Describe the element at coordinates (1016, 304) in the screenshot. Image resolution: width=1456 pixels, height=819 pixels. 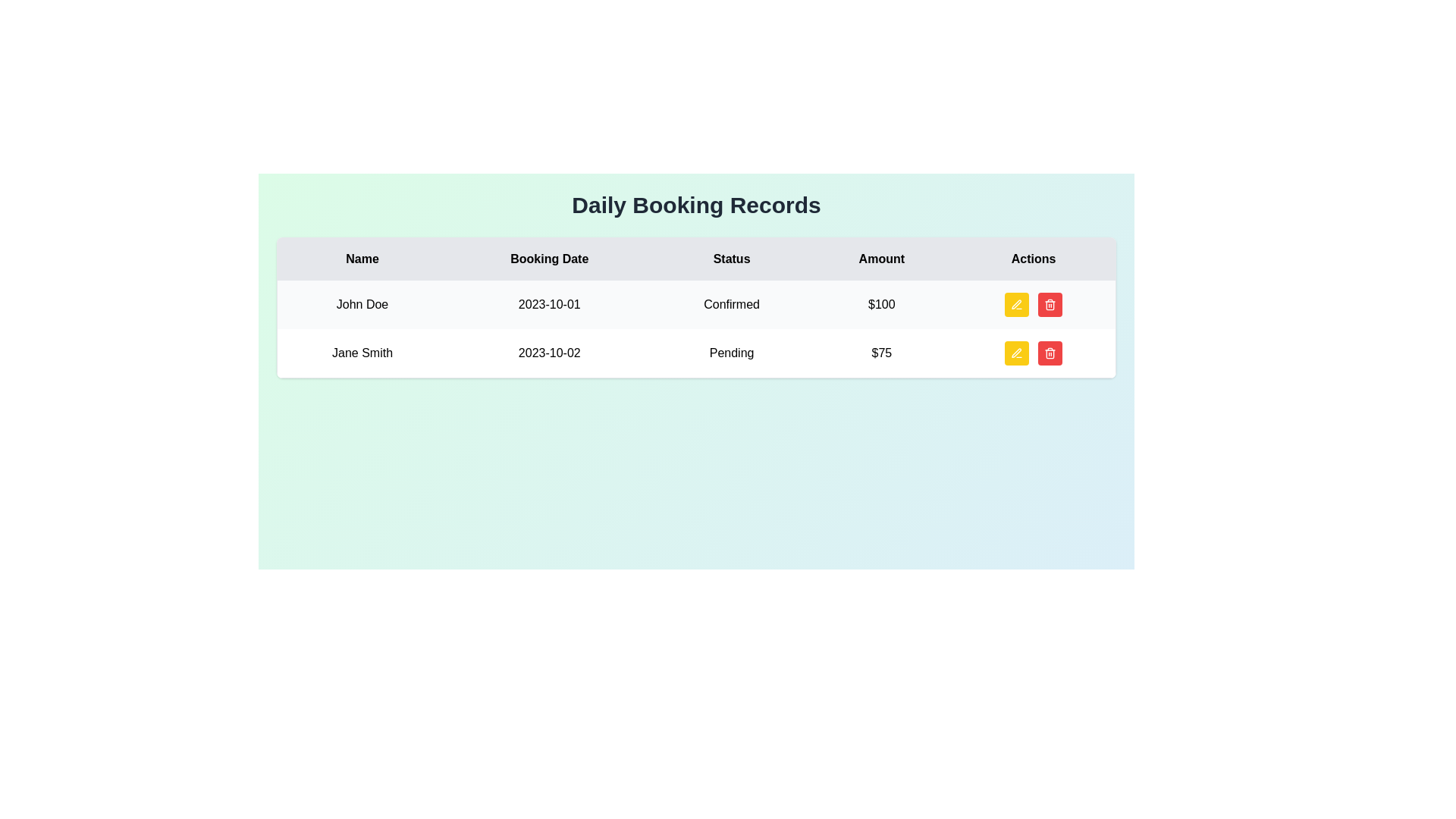
I see `the 'Edit' icon located` at that location.